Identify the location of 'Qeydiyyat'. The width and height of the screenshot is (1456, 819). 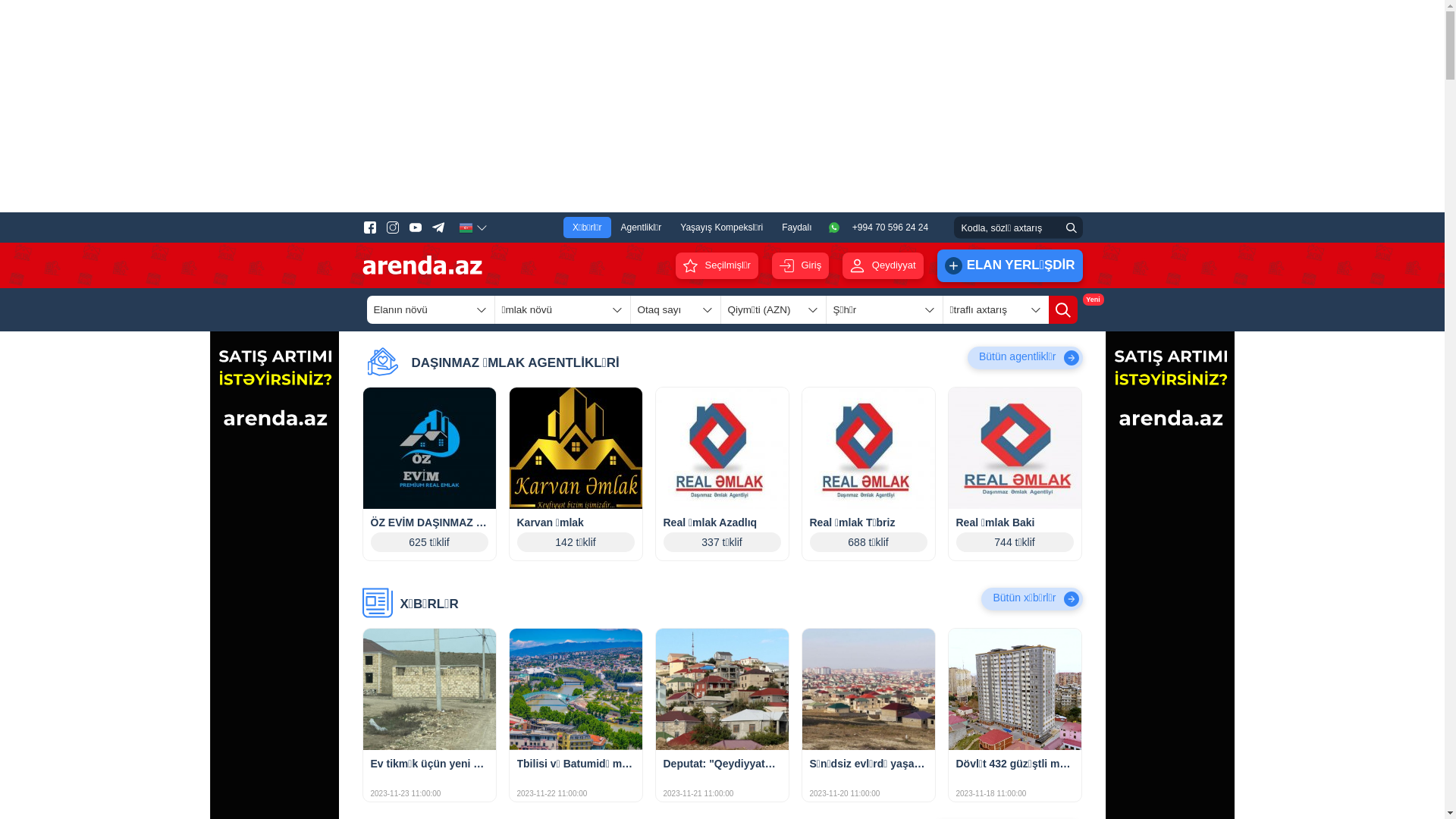
(882, 264).